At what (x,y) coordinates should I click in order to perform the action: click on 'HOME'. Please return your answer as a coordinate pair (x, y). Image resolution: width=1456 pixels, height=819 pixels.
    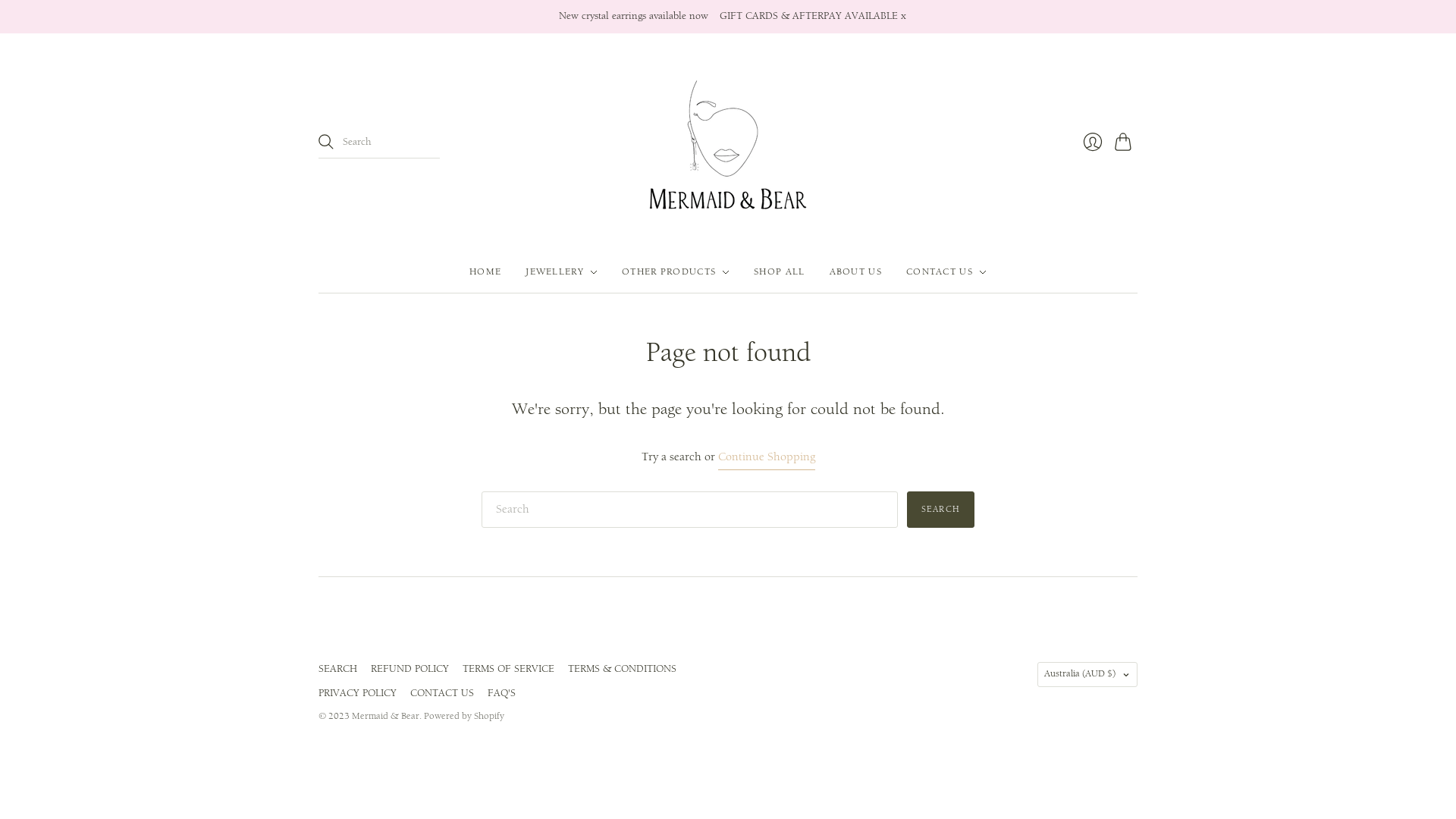
    Looking at the image, I should click on (484, 271).